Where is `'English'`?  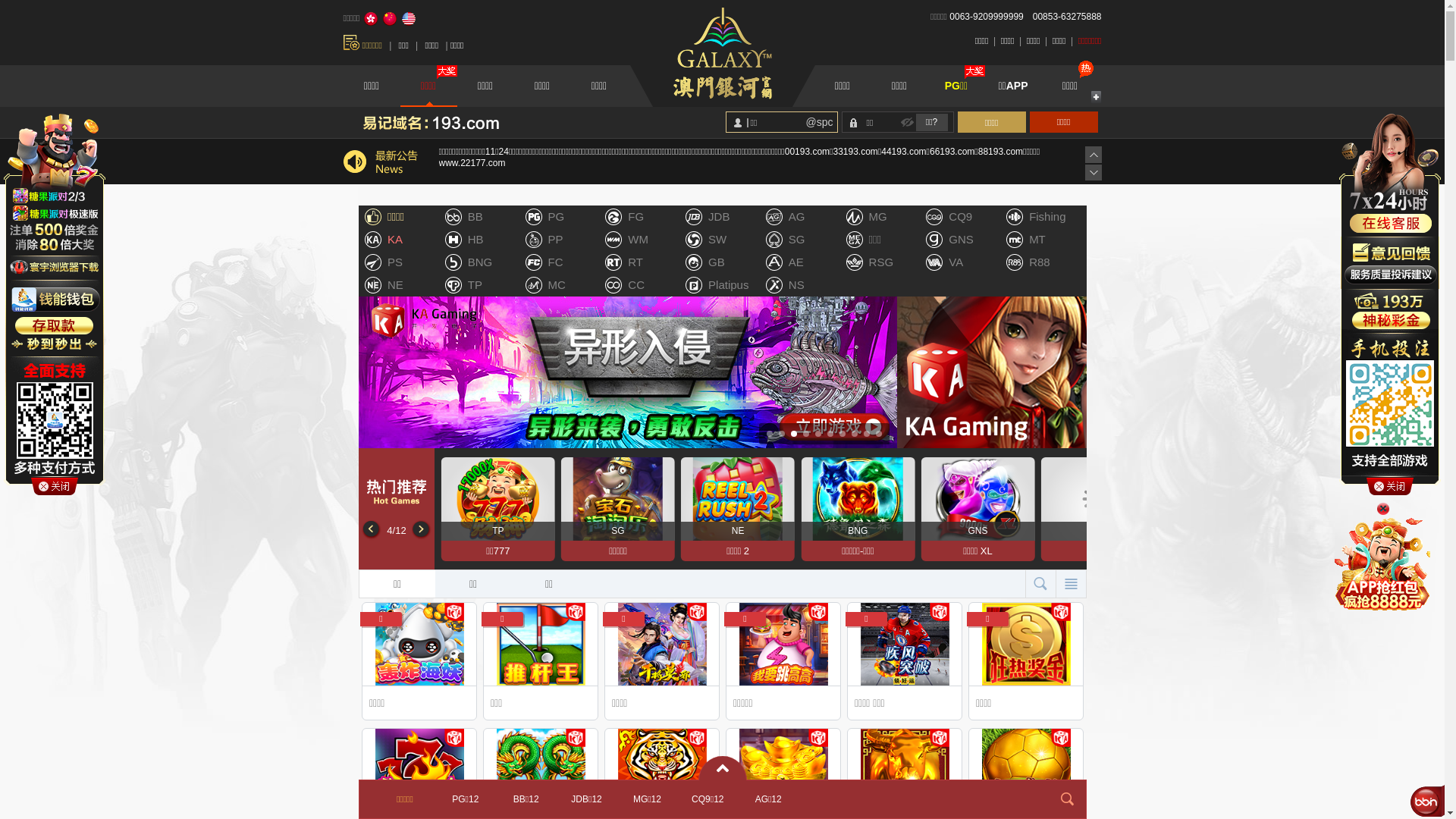 'English' is located at coordinates (408, 18).